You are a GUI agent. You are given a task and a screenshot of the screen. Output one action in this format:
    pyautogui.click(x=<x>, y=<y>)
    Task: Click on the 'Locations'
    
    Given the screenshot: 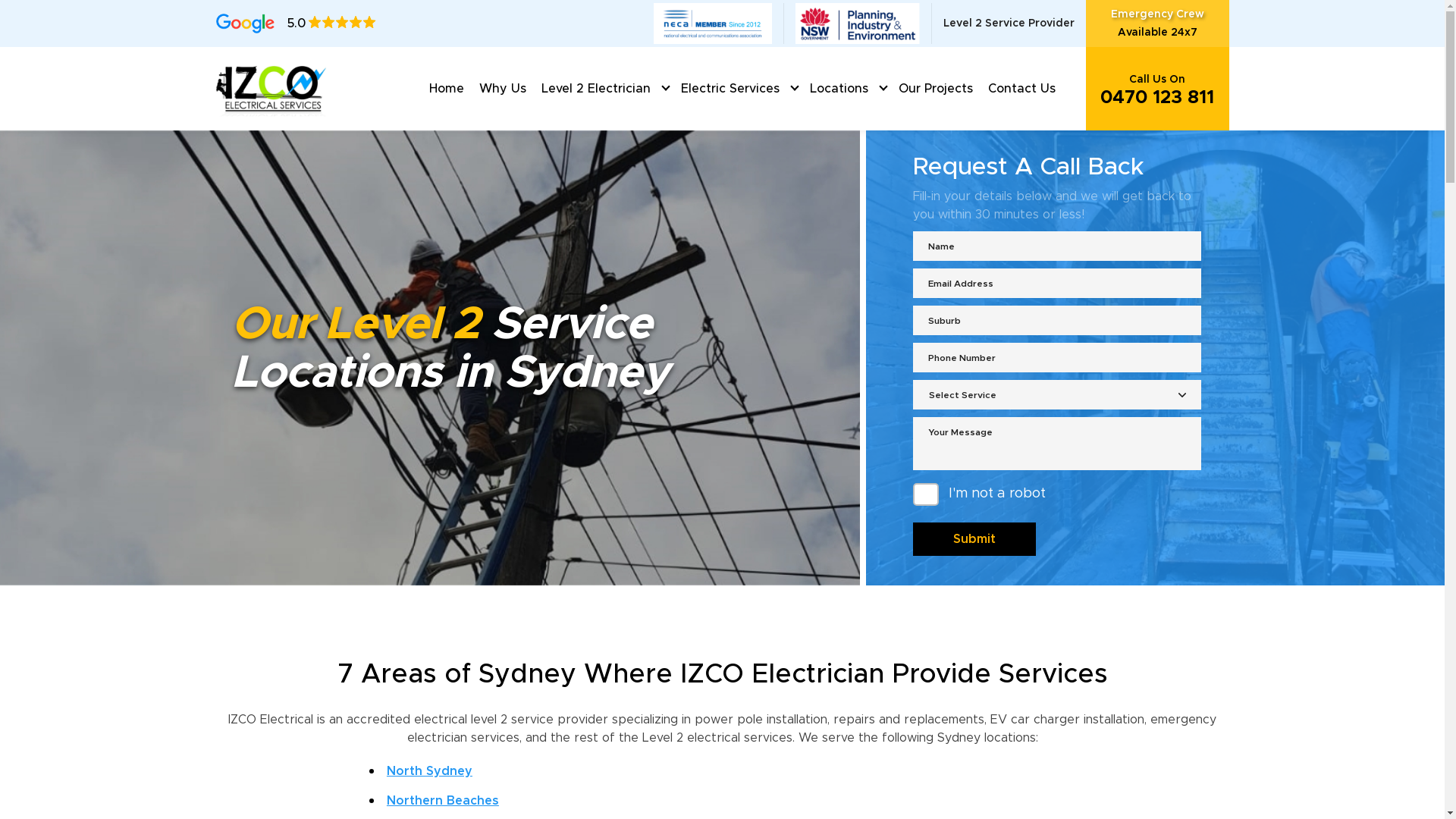 What is the action you would take?
    pyautogui.click(x=838, y=88)
    